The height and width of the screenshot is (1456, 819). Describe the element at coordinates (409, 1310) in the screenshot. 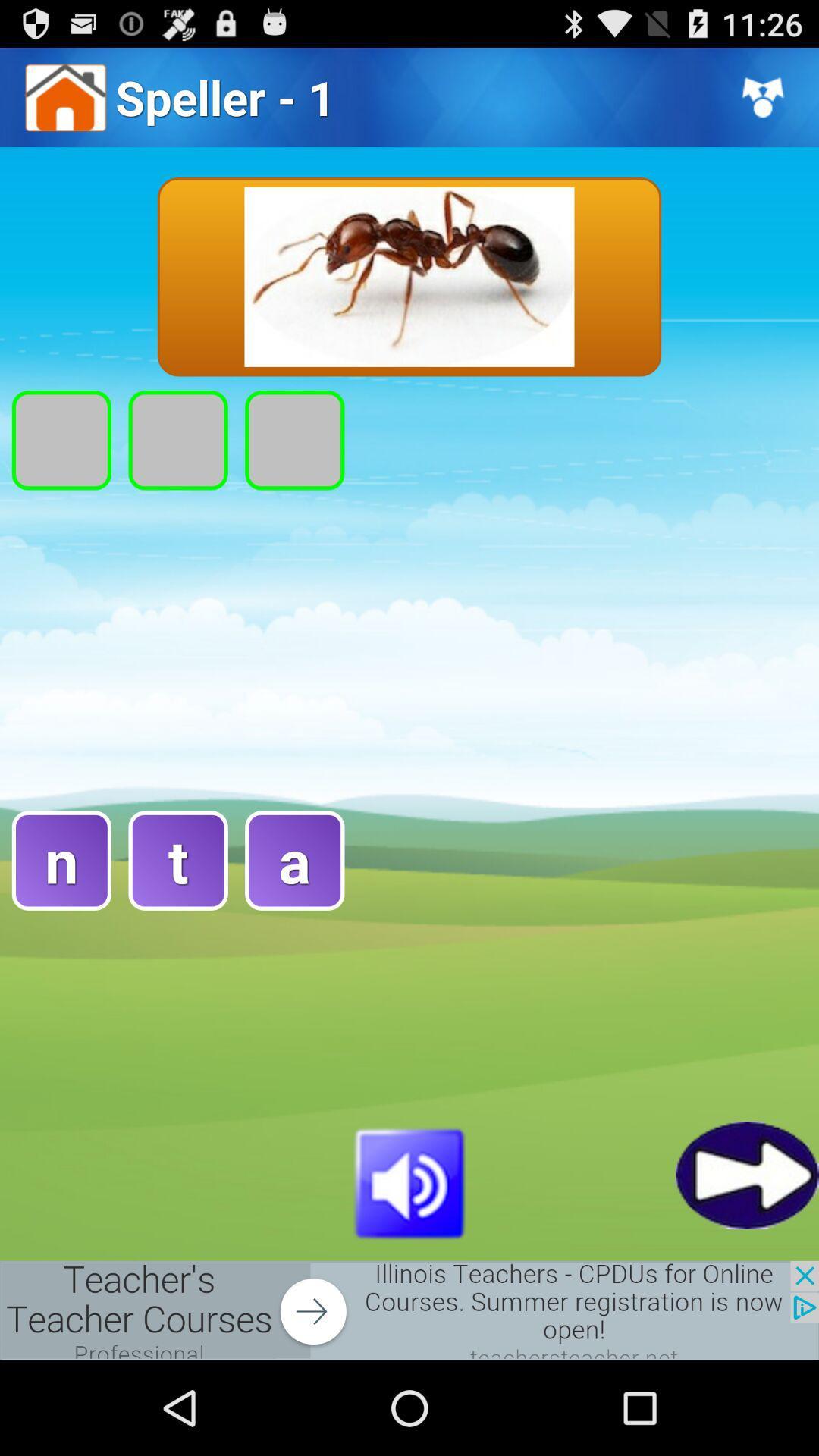

I see `open advertisement` at that location.